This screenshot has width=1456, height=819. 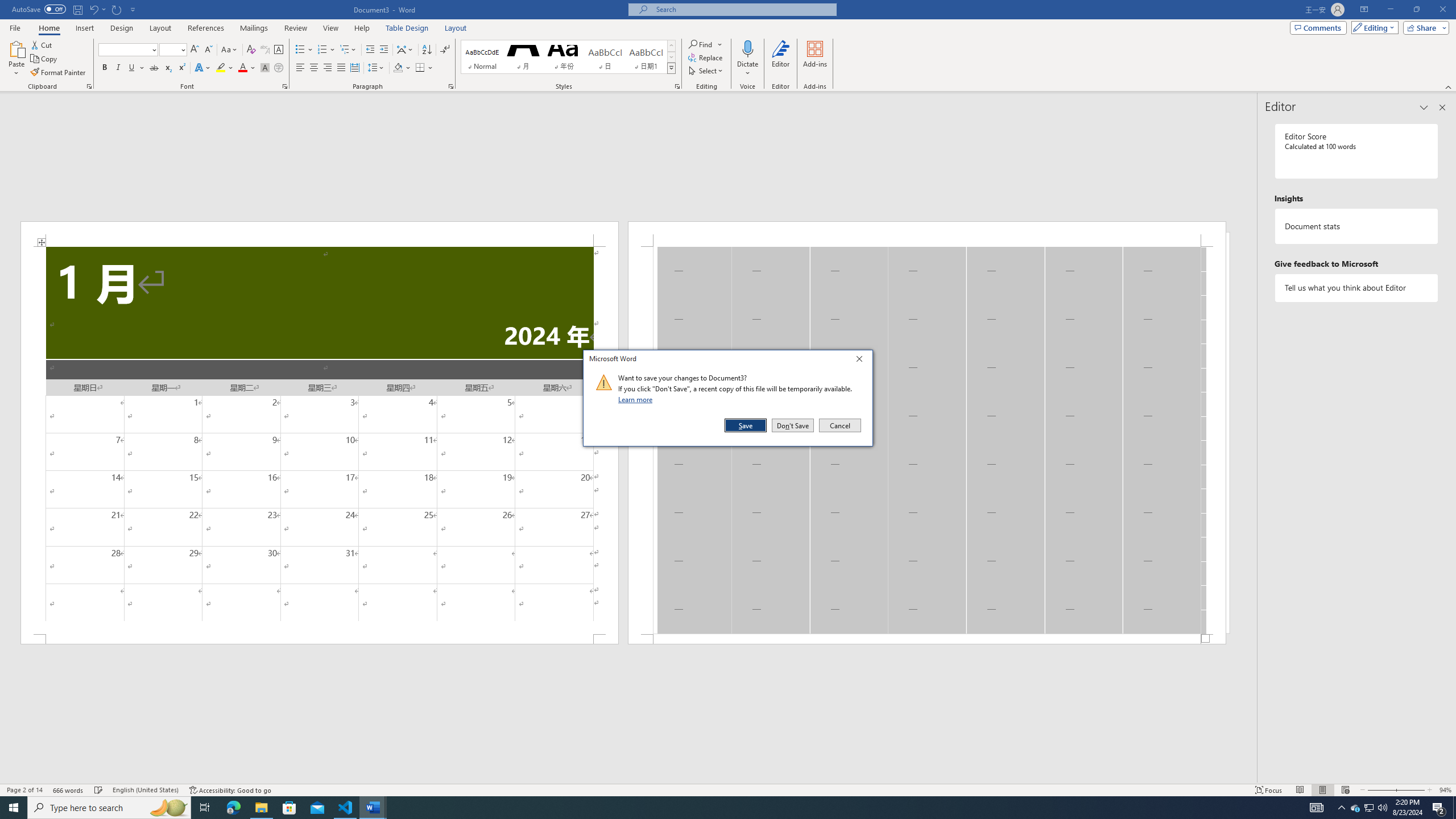 What do you see at coordinates (167, 67) in the screenshot?
I see `'Subscript'` at bounding box center [167, 67].